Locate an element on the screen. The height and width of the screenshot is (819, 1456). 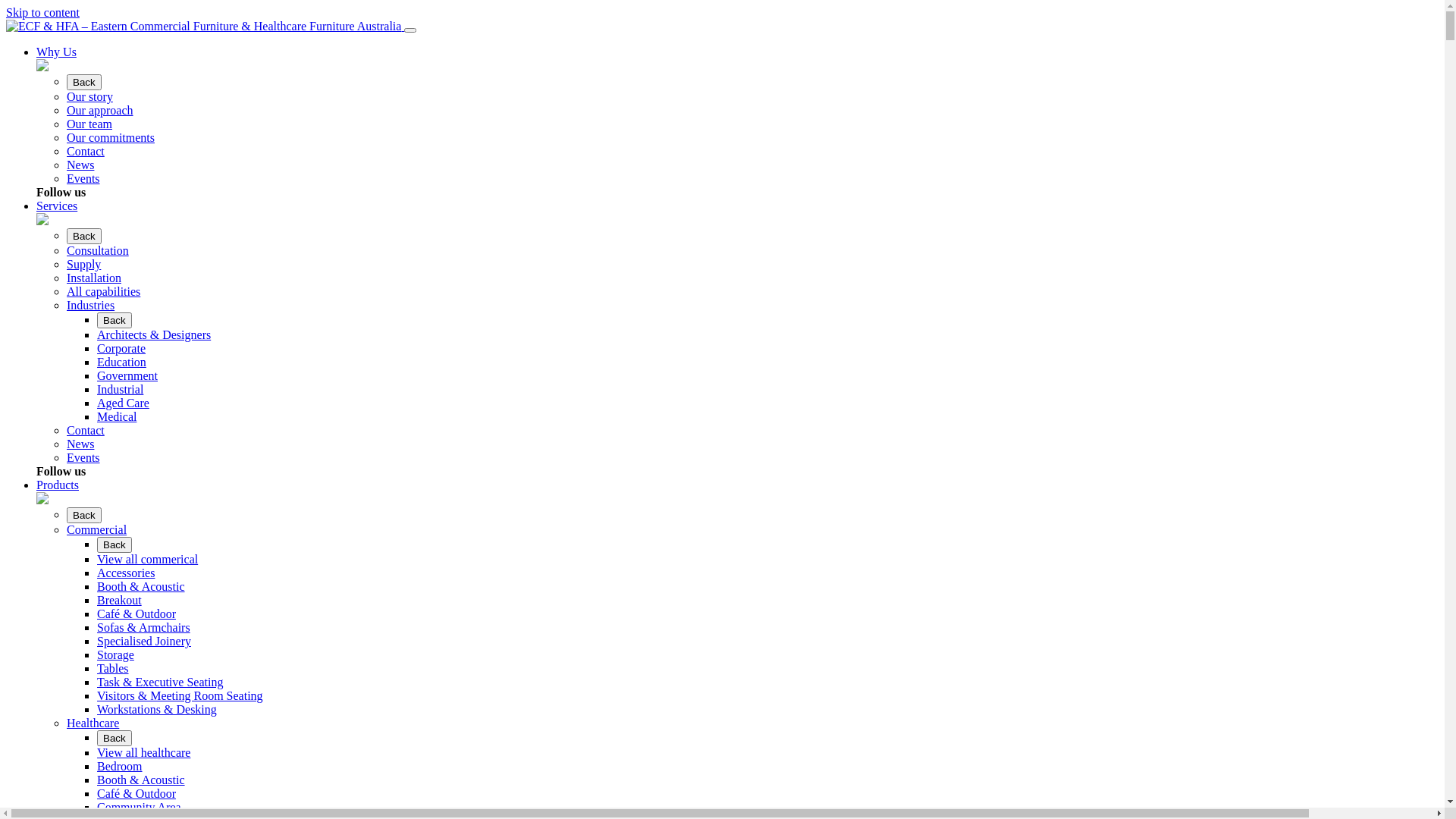
'Back' is located at coordinates (96, 319).